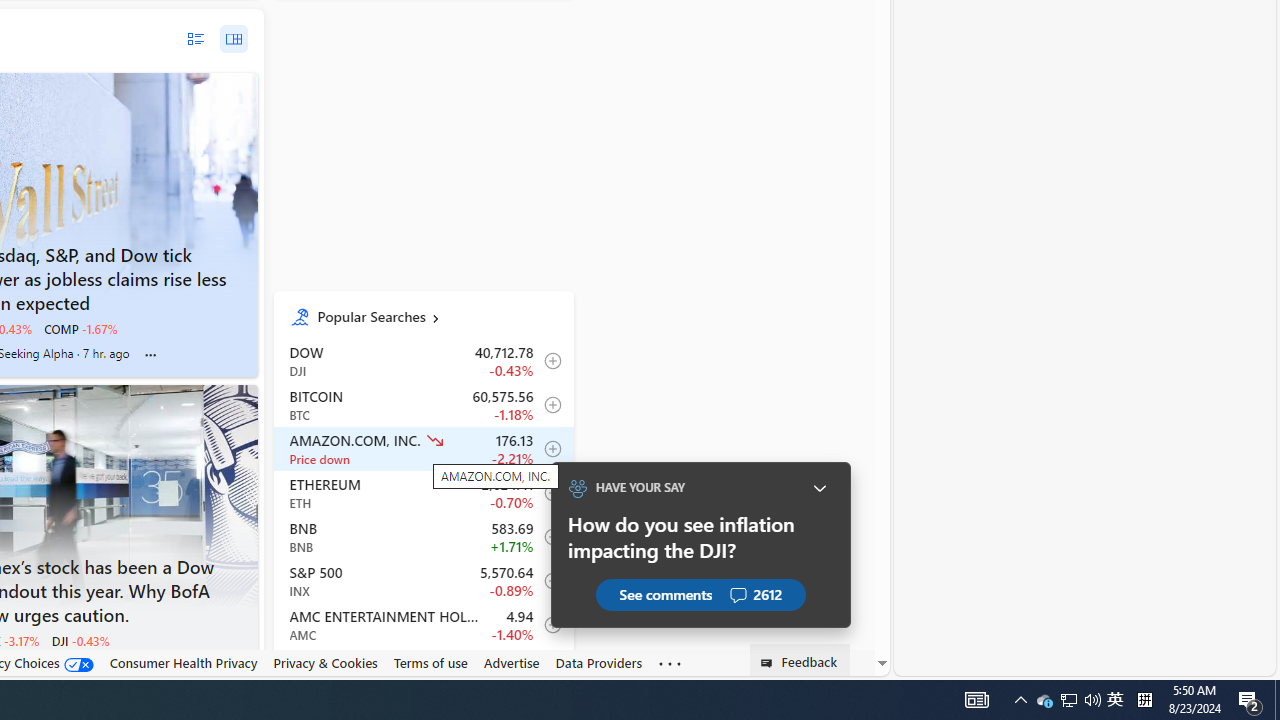  What do you see at coordinates (325, 663) in the screenshot?
I see `'Privacy & Cookies'` at bounding box center [325, 663].